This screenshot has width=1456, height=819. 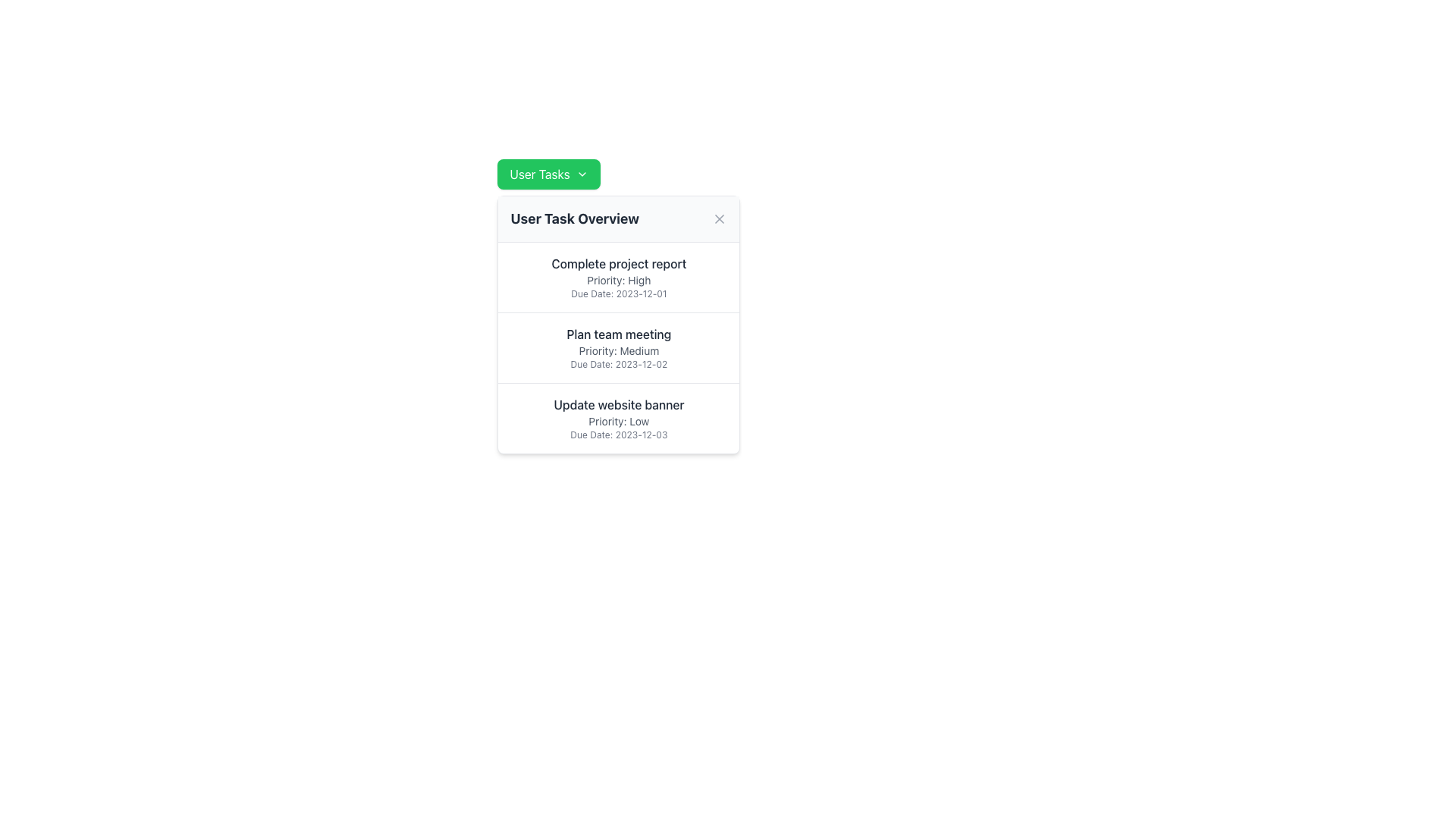 What do you see at coordinates (619, 324) in the screenshot?
I see `task details from the Component Panel located below the 'User Tasks' button, which displays a list of user tasks with details such as priority and due date` at bounding box center [619, 324].